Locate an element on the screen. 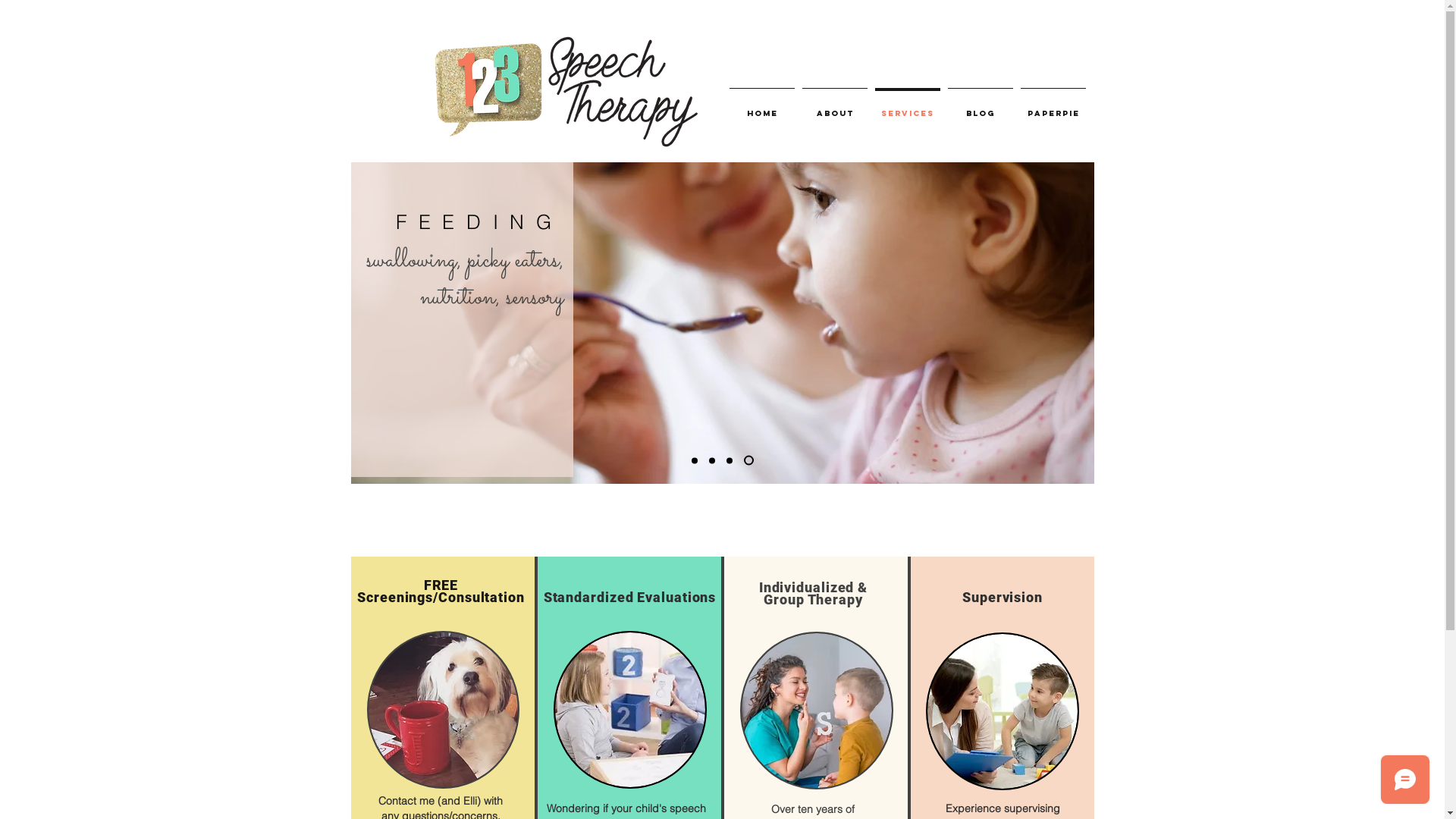 Image resolution: width=1456 pixels, height=819 pixels. 'ABOUT' is located at coordinates (833, 106).